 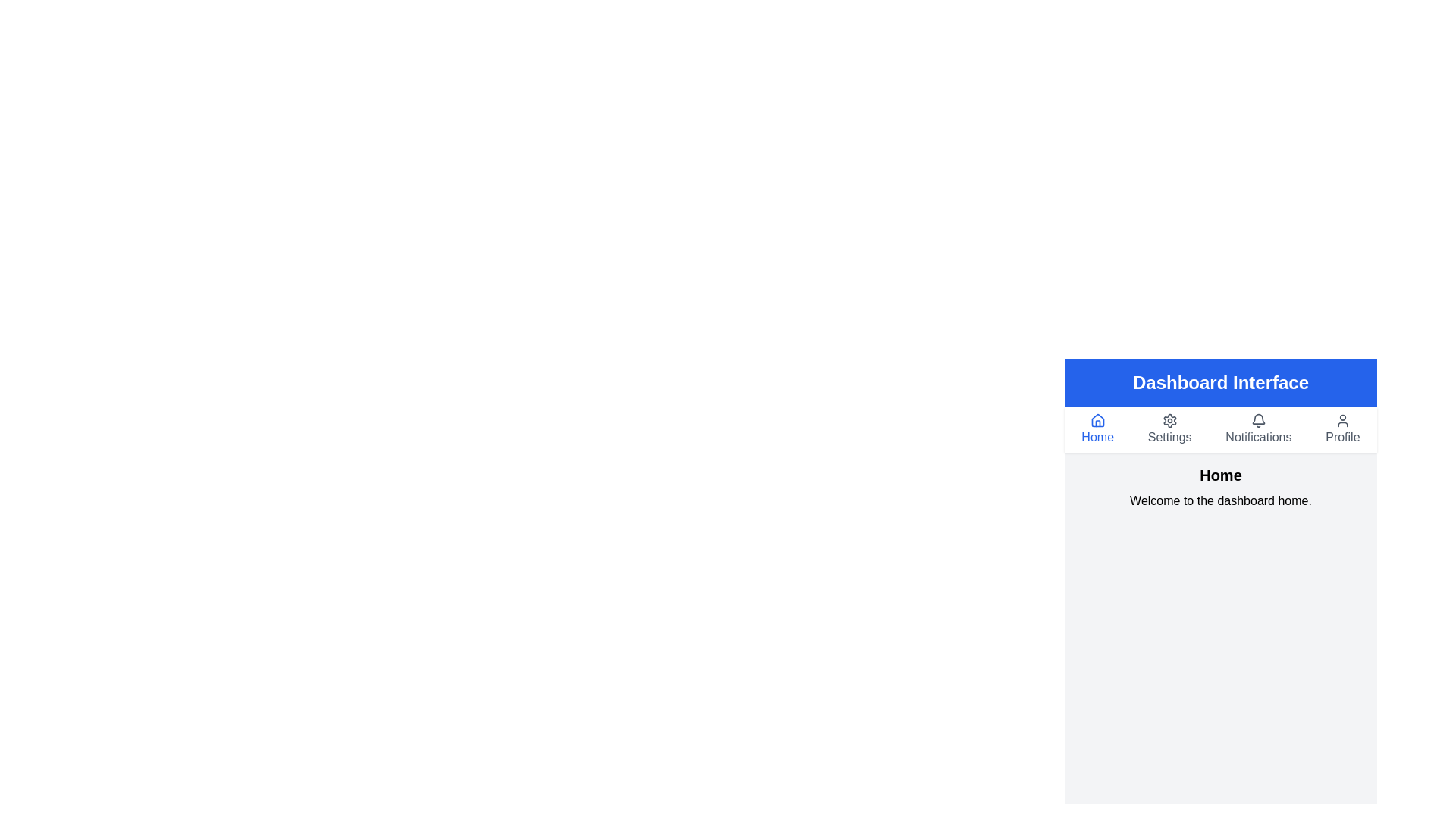 I want to click on the notifications bell icon in the top navigation bar, so click(x=1258, y=419).